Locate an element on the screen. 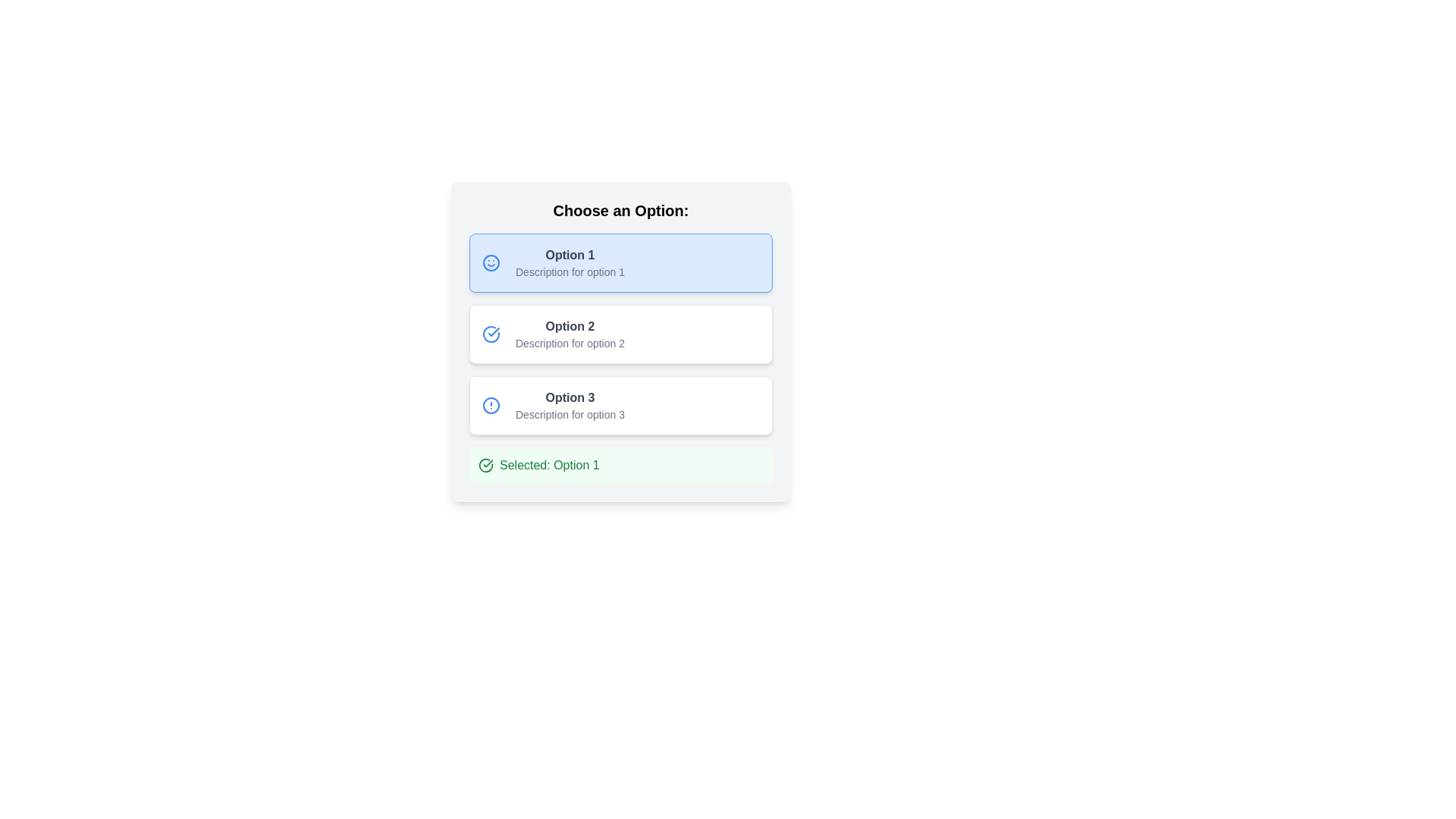 The image size is (1456, 819). the smiley face icon with a blue stroke located to the left of 'Option 1' in the vertical list of selectable options is located at coordinates (491, 262).